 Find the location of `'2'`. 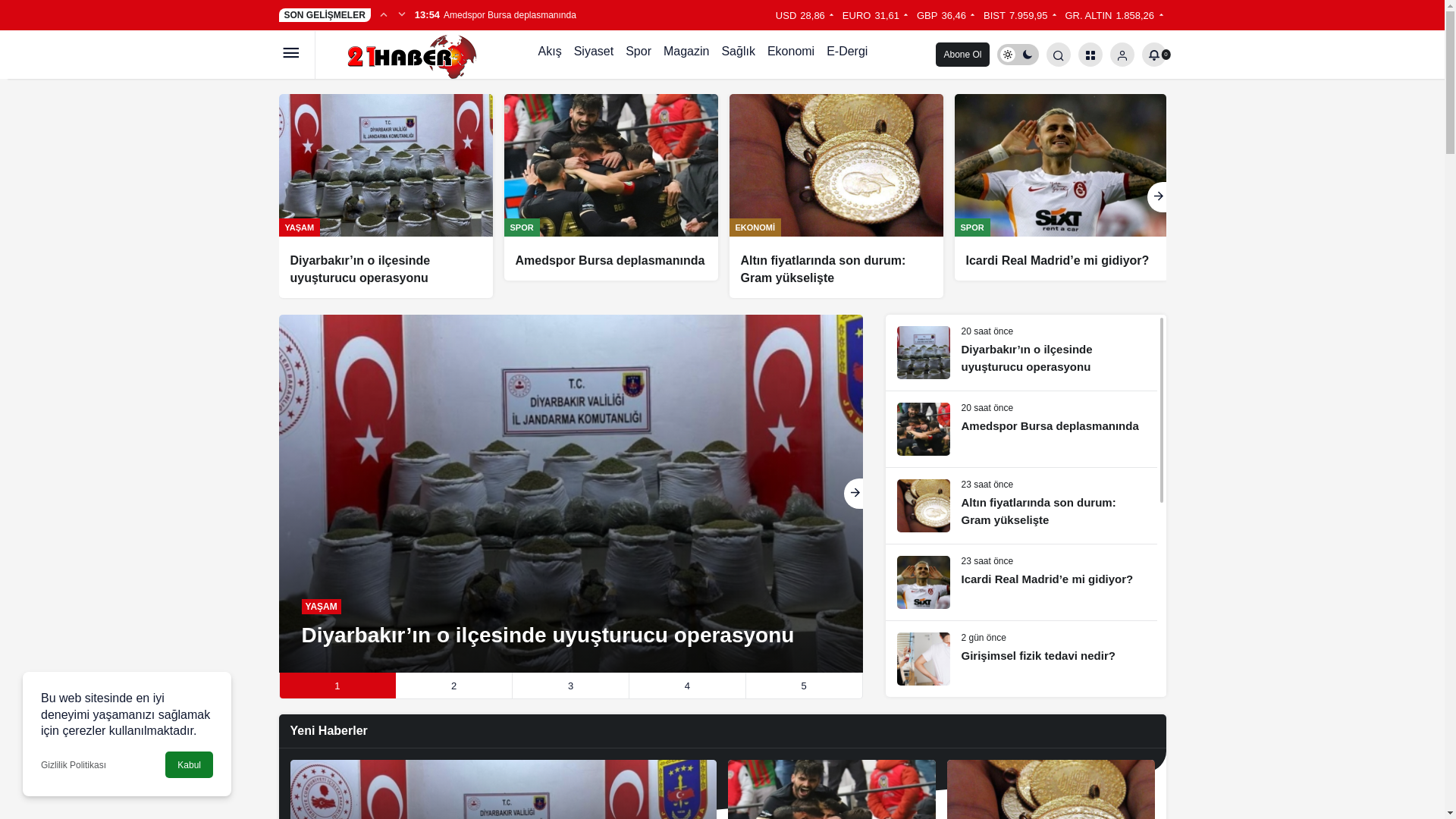

'2' is located at coordinates (453, 686).